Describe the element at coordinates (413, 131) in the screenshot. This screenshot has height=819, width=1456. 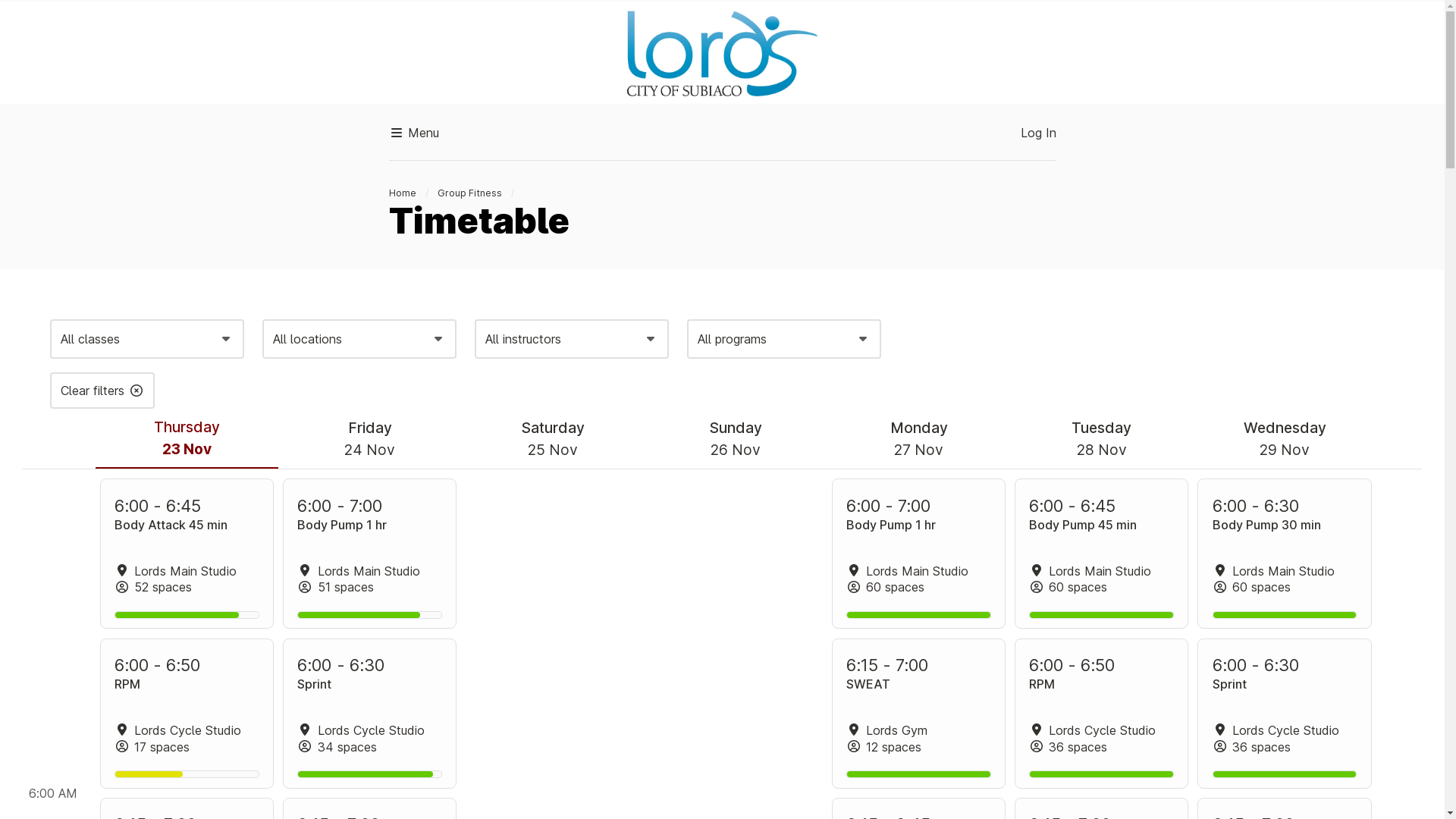
I see `'Menu'` at that location.